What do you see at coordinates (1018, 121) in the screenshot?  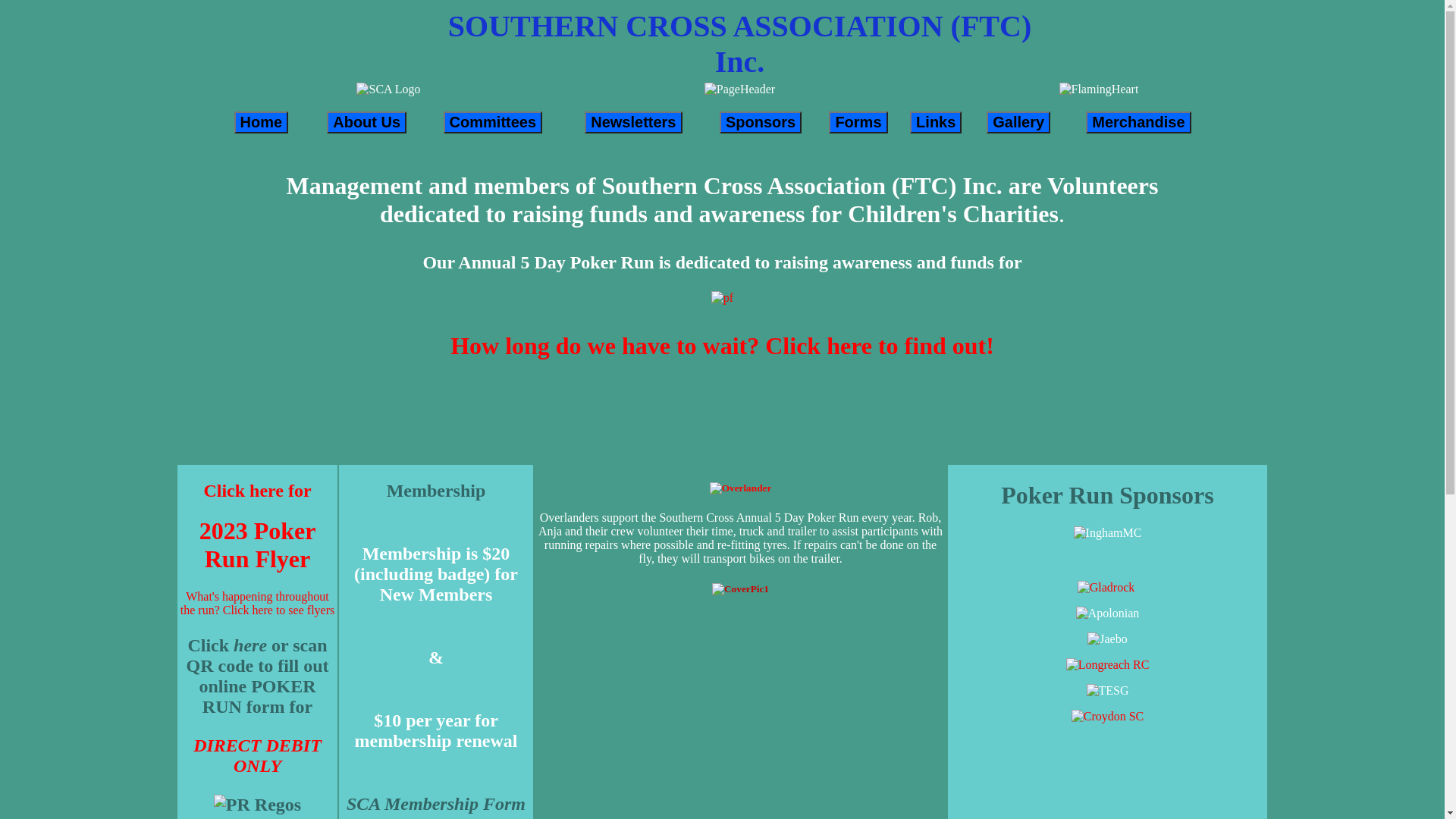 I see `'Gallery'` at bounding box center [1018, 121].